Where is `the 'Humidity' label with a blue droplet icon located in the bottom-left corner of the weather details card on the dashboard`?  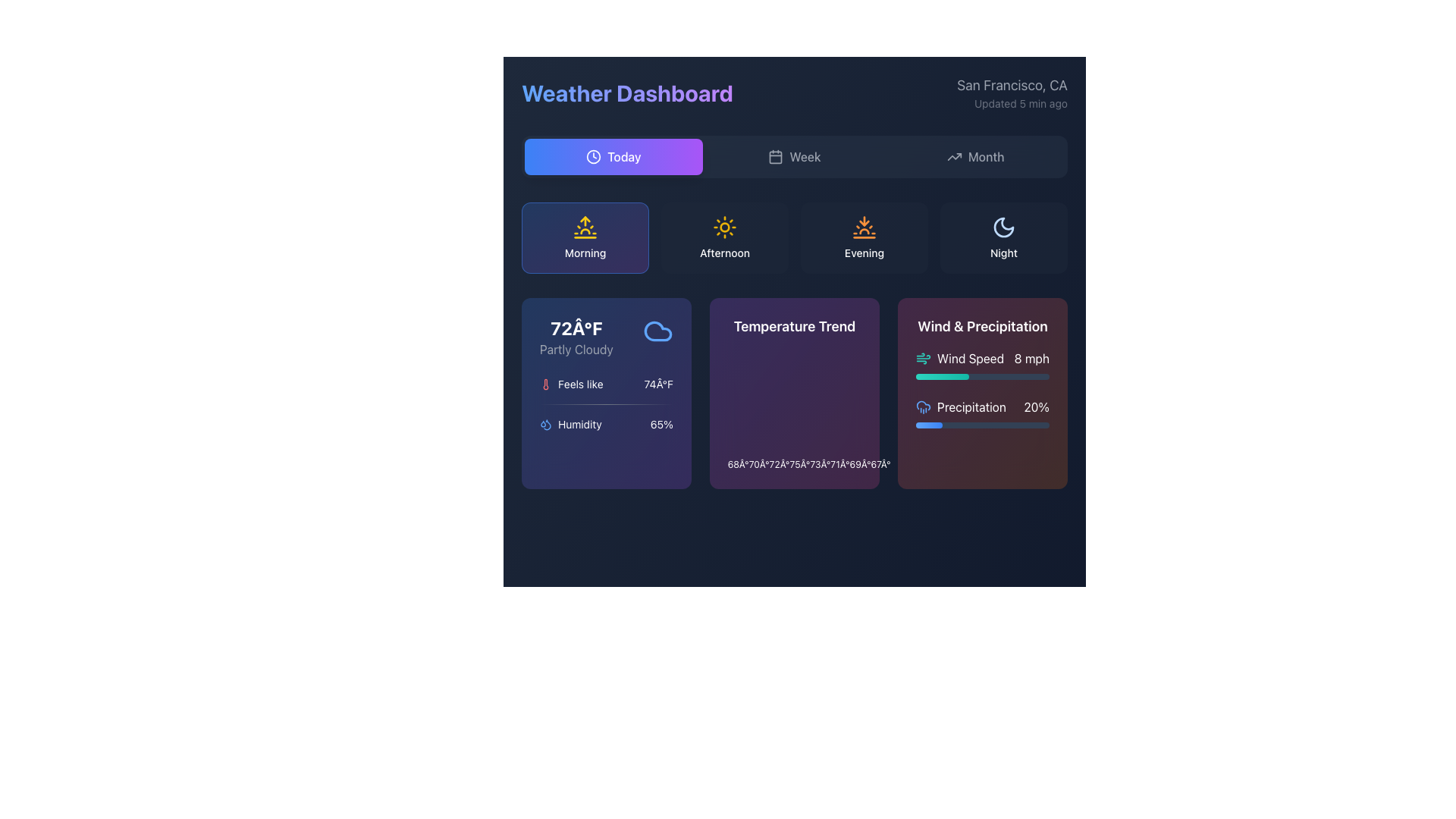 the 'Humidity' label with a blue droplet icon located in the bottom-left corner of the weather details card on the dashboard is located at coordinates (570, 424).